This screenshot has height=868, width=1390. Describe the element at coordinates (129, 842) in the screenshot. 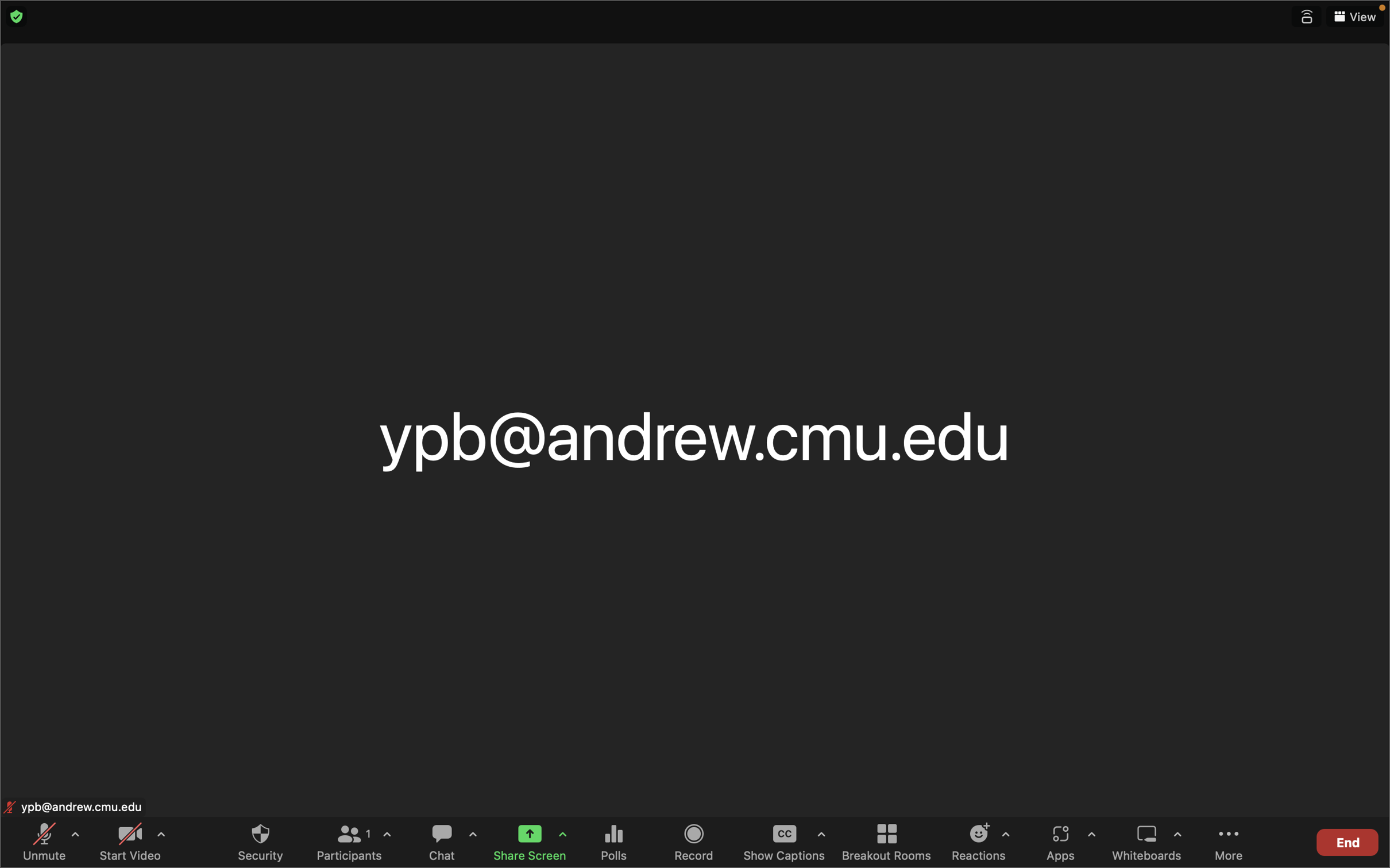

I see `the video by selecting the icon located at the lower left` at that location.